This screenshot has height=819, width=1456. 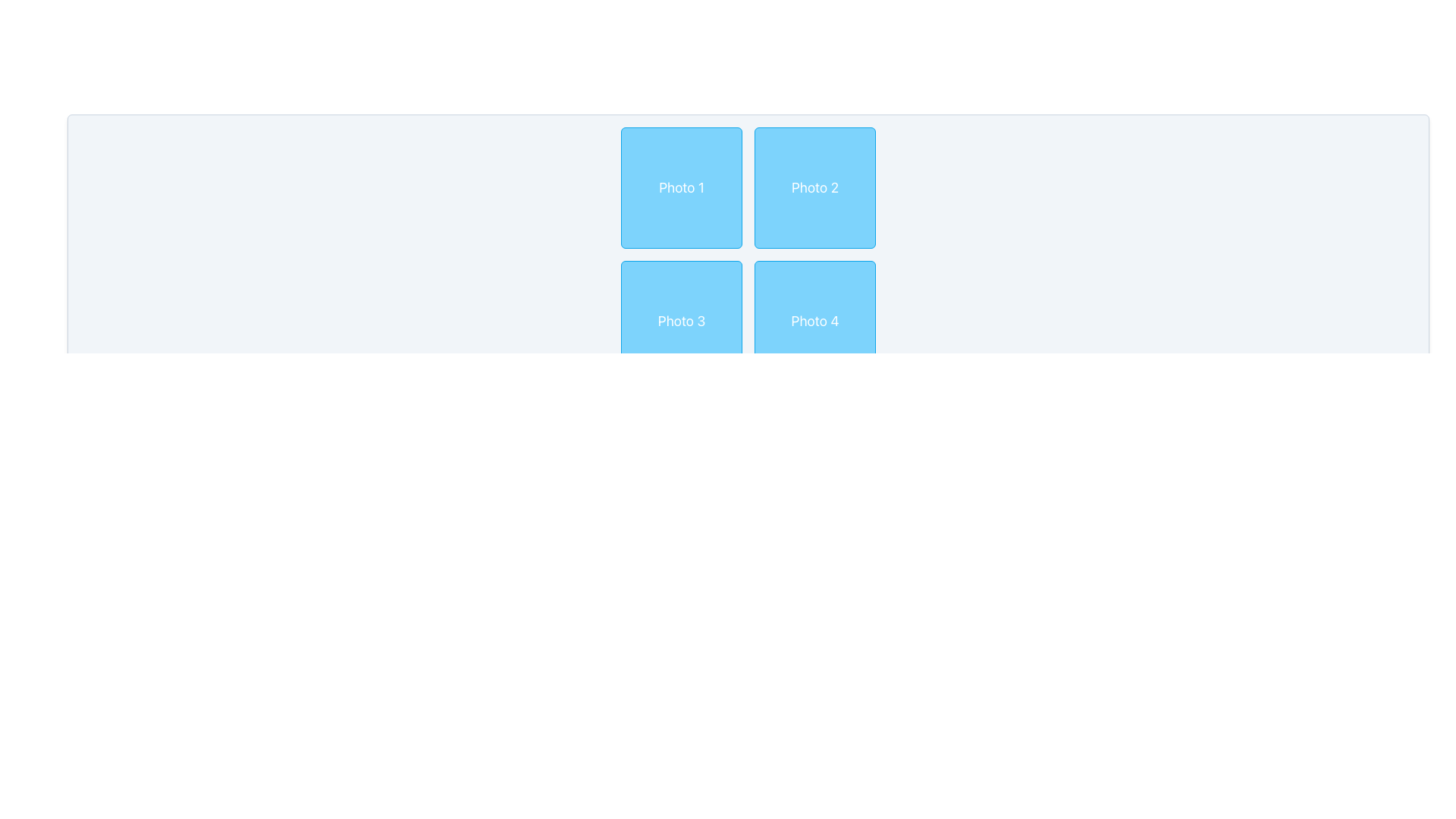 What do you see at coordinates (814, 321) in the screenshot?
I see `the square-shaped box with a light blue background and rounded corners that contains the centered text 'Photo 4'` at bounding box center [814, 321].